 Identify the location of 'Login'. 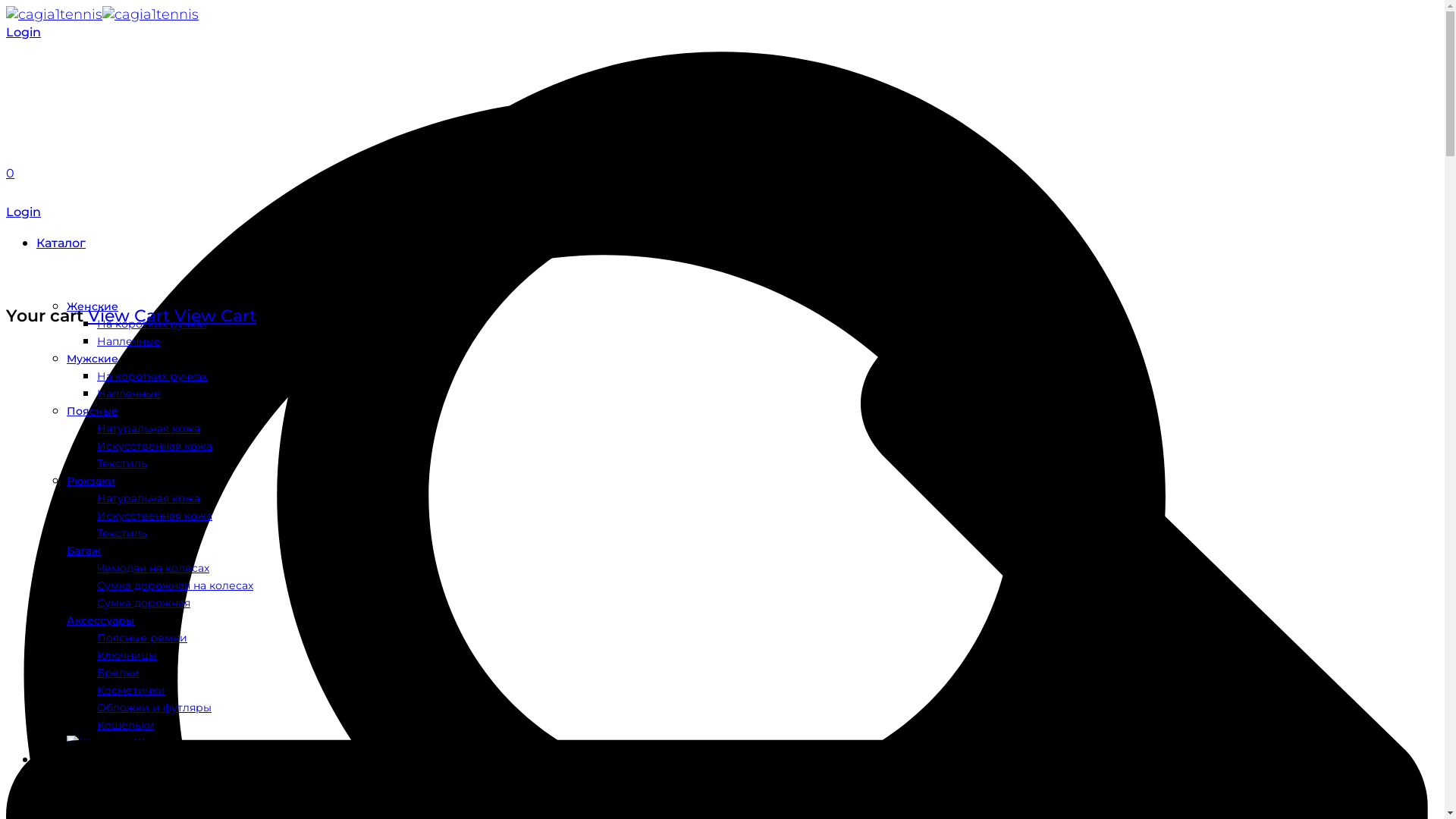
(23, 212).